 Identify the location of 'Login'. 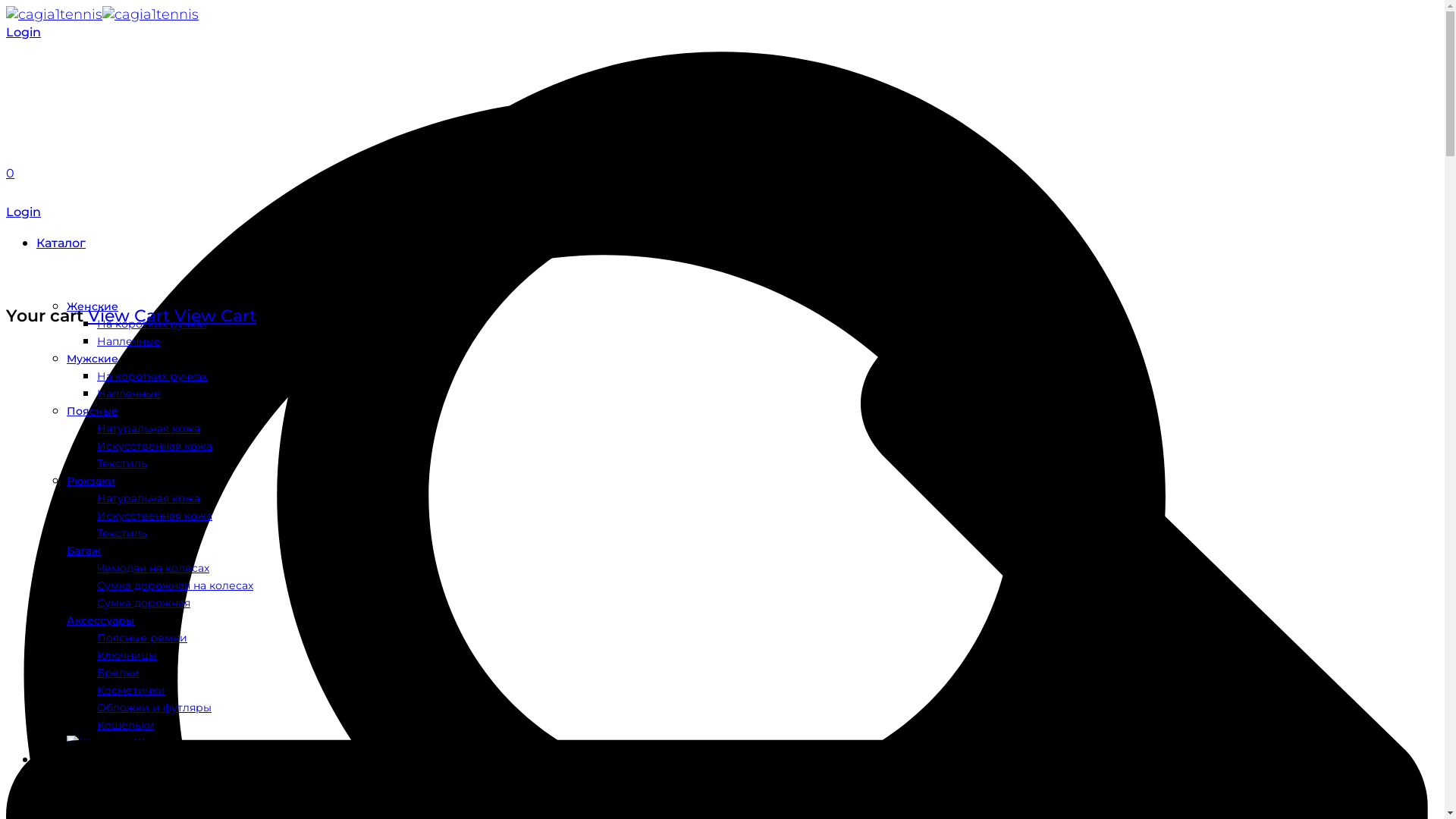
(23, 212).